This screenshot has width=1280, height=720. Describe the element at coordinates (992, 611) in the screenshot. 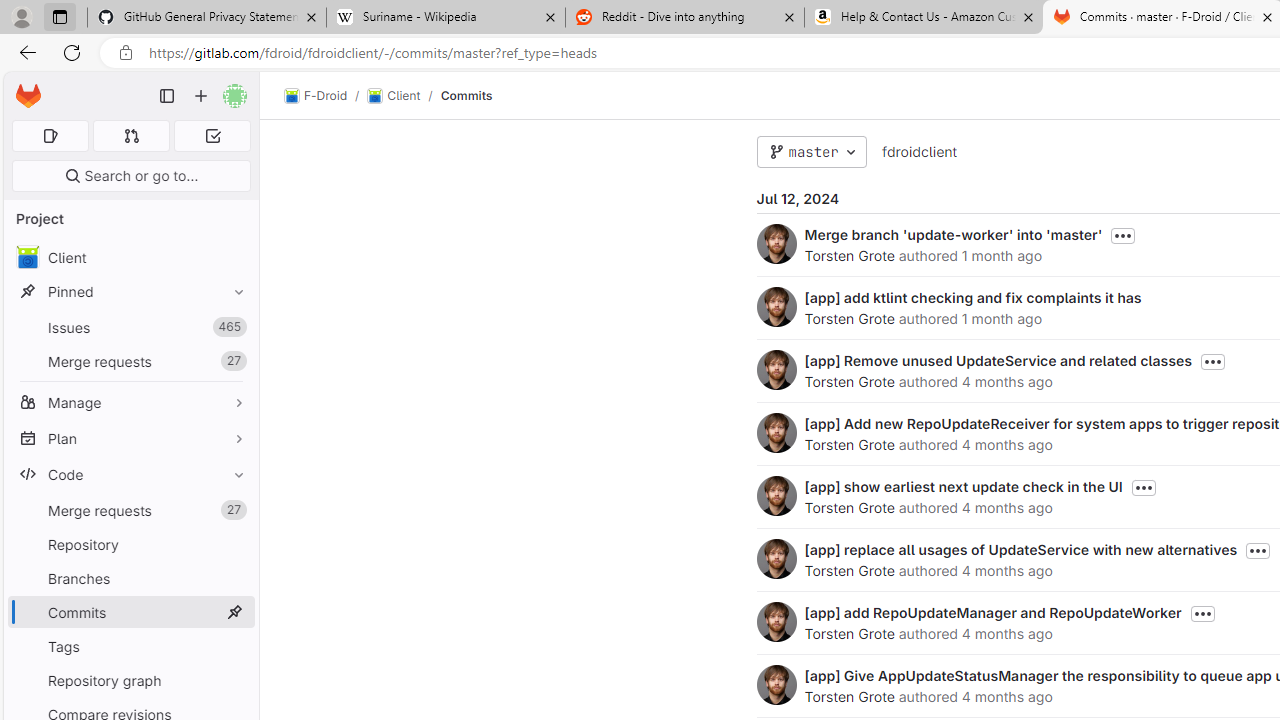

I see `'[app] add RepoUpdateManager and RepoUpdateWorker'` at that location.